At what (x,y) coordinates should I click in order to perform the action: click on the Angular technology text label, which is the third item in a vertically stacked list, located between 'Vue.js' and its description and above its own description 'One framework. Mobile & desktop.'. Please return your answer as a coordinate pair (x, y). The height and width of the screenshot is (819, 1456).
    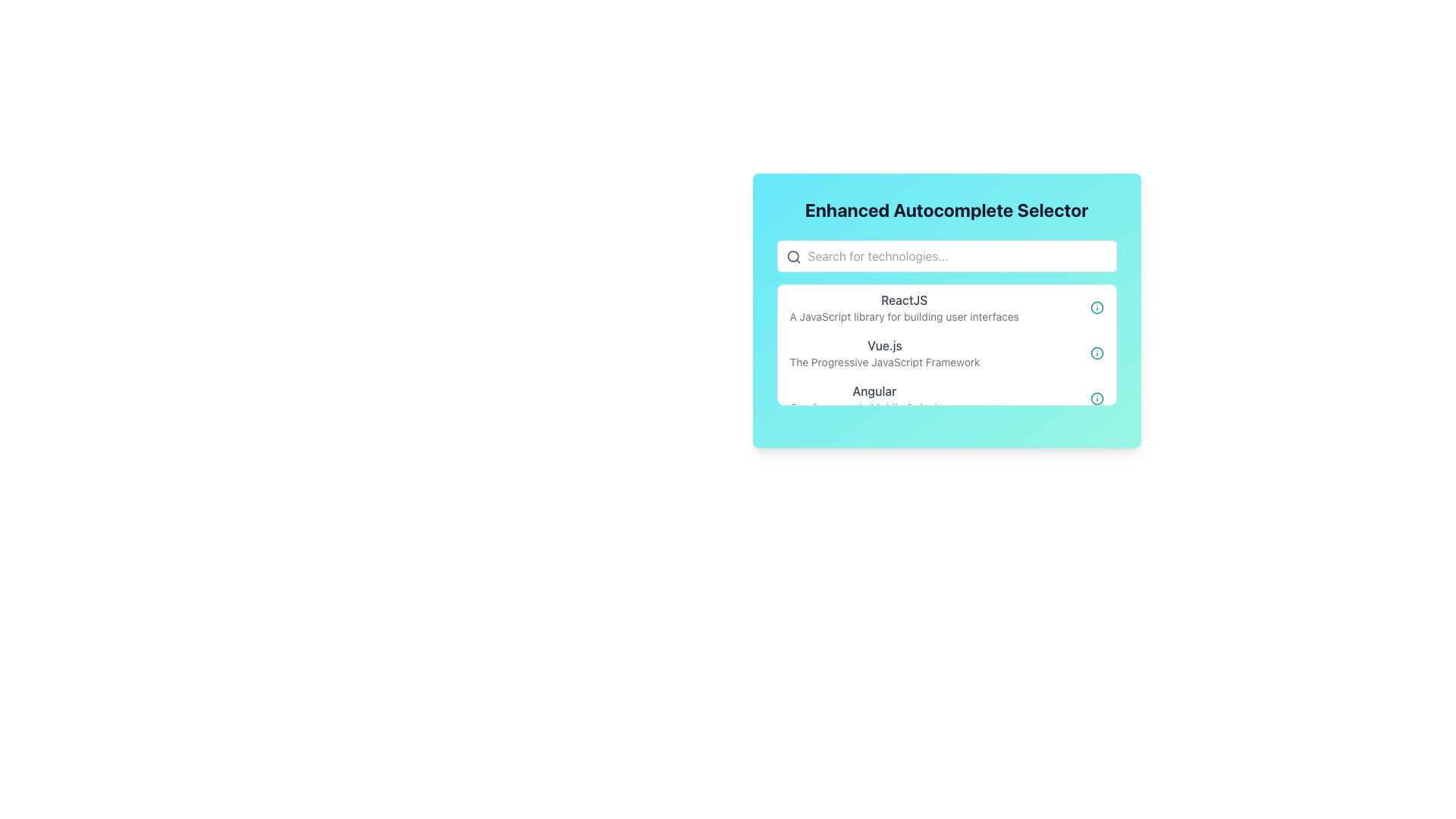
    Looking at the image, I should click on (874, 391).